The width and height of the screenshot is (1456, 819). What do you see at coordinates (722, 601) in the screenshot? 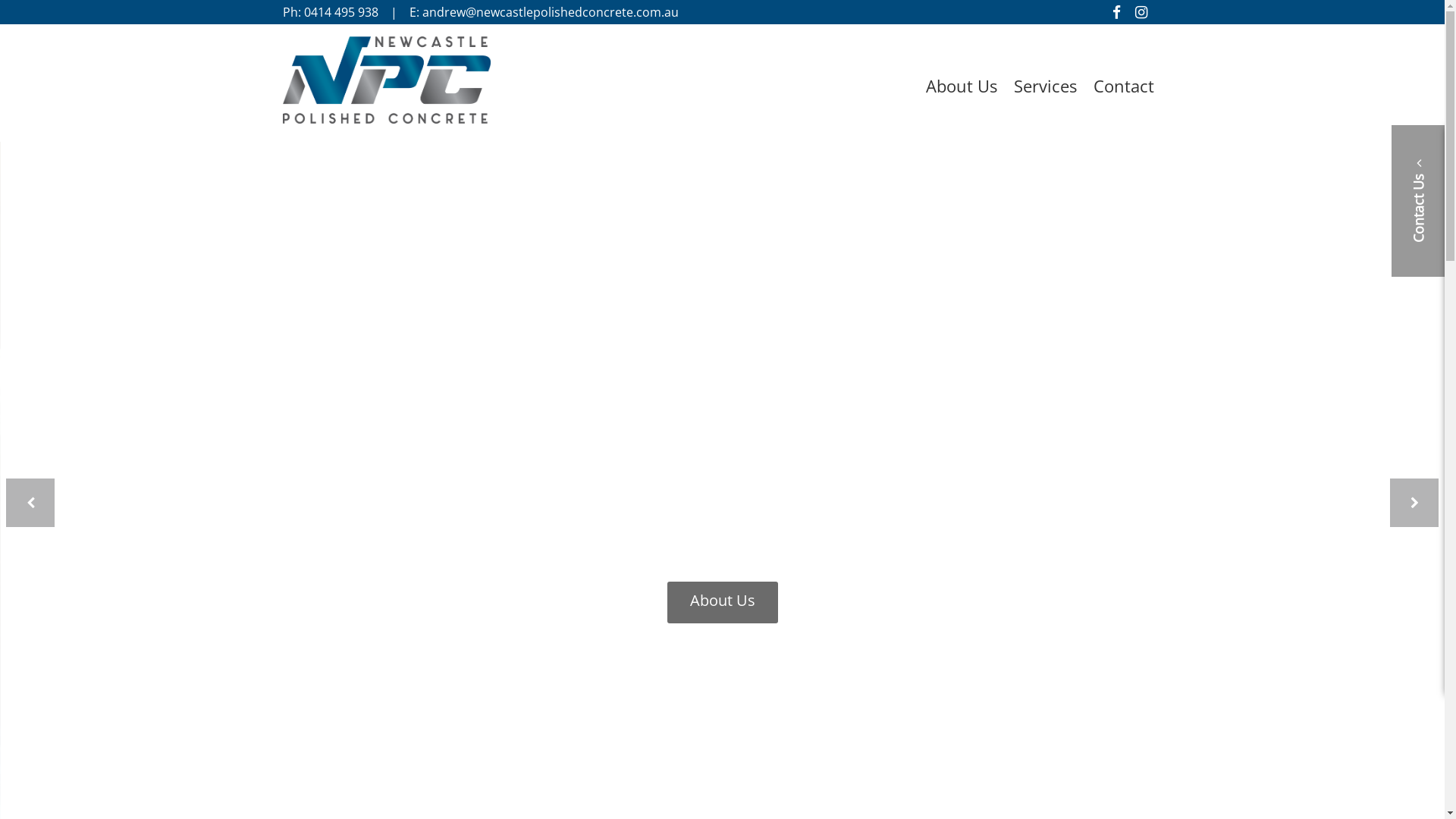
I see `'About Us'` at bounding box center [722, 601].